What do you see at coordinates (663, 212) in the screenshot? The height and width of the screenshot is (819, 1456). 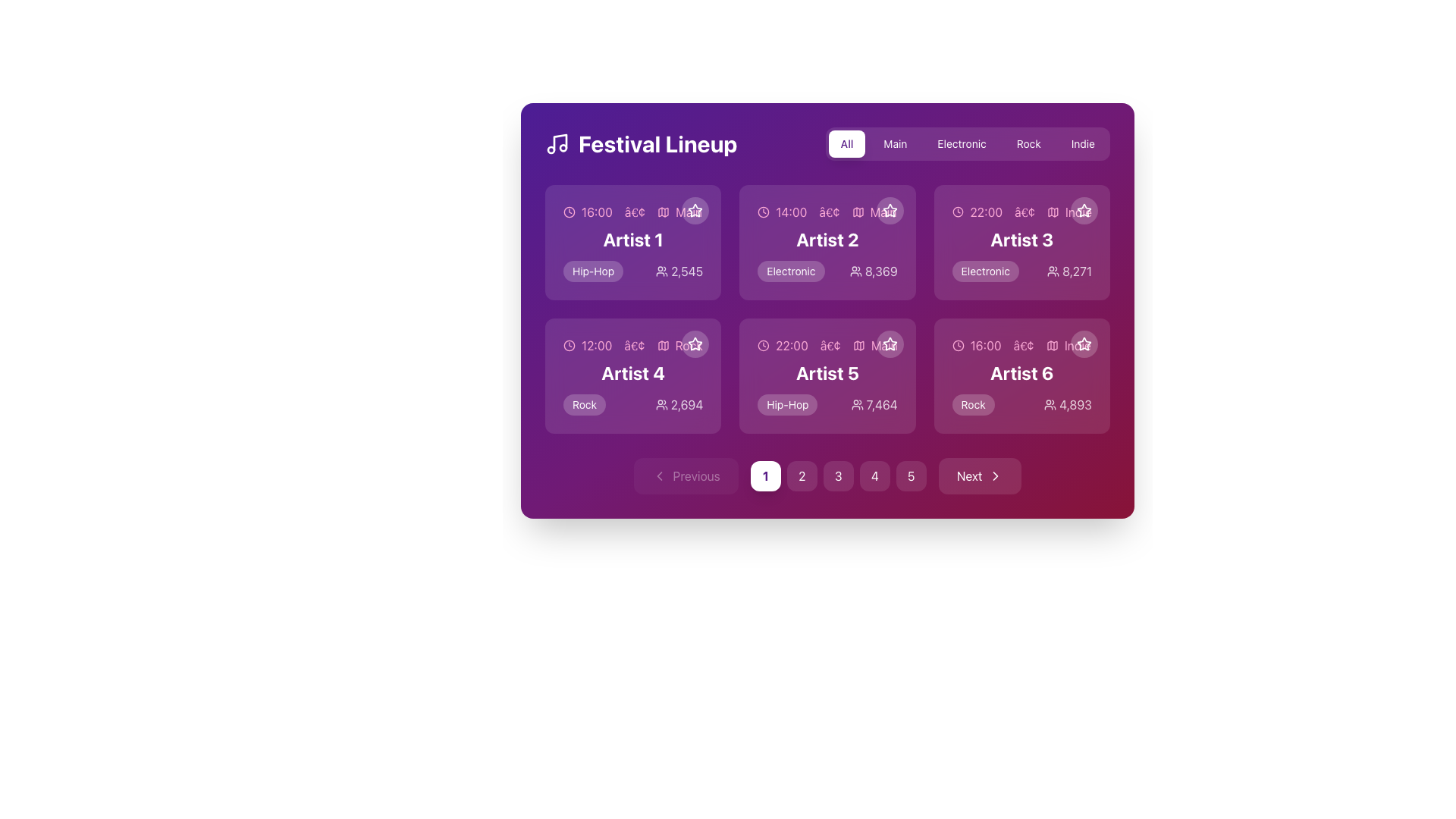 I see `small graphical icon resembling a folded map located near the 'Artist 1' card in the top-right corner of the utility icons cluster` at bounding box center [663, 212].